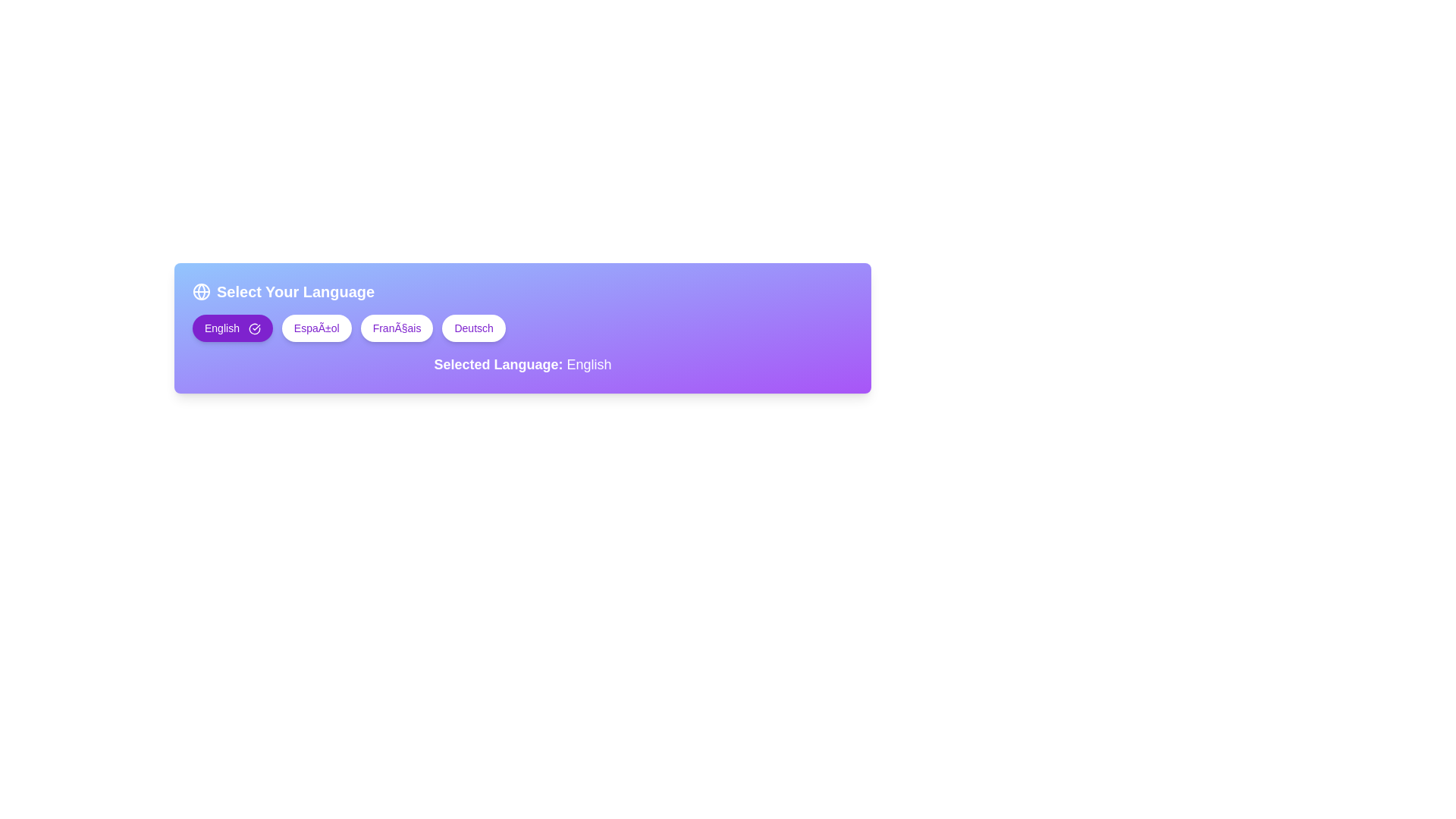 This screenshot has width=1456, height=819. I want to click on the language selection confirmation icon indicating that 'English' is selected, located to the right of the text 'English' in the upper left corner of the card labeled 'Select Your Language', so click(254, 328).